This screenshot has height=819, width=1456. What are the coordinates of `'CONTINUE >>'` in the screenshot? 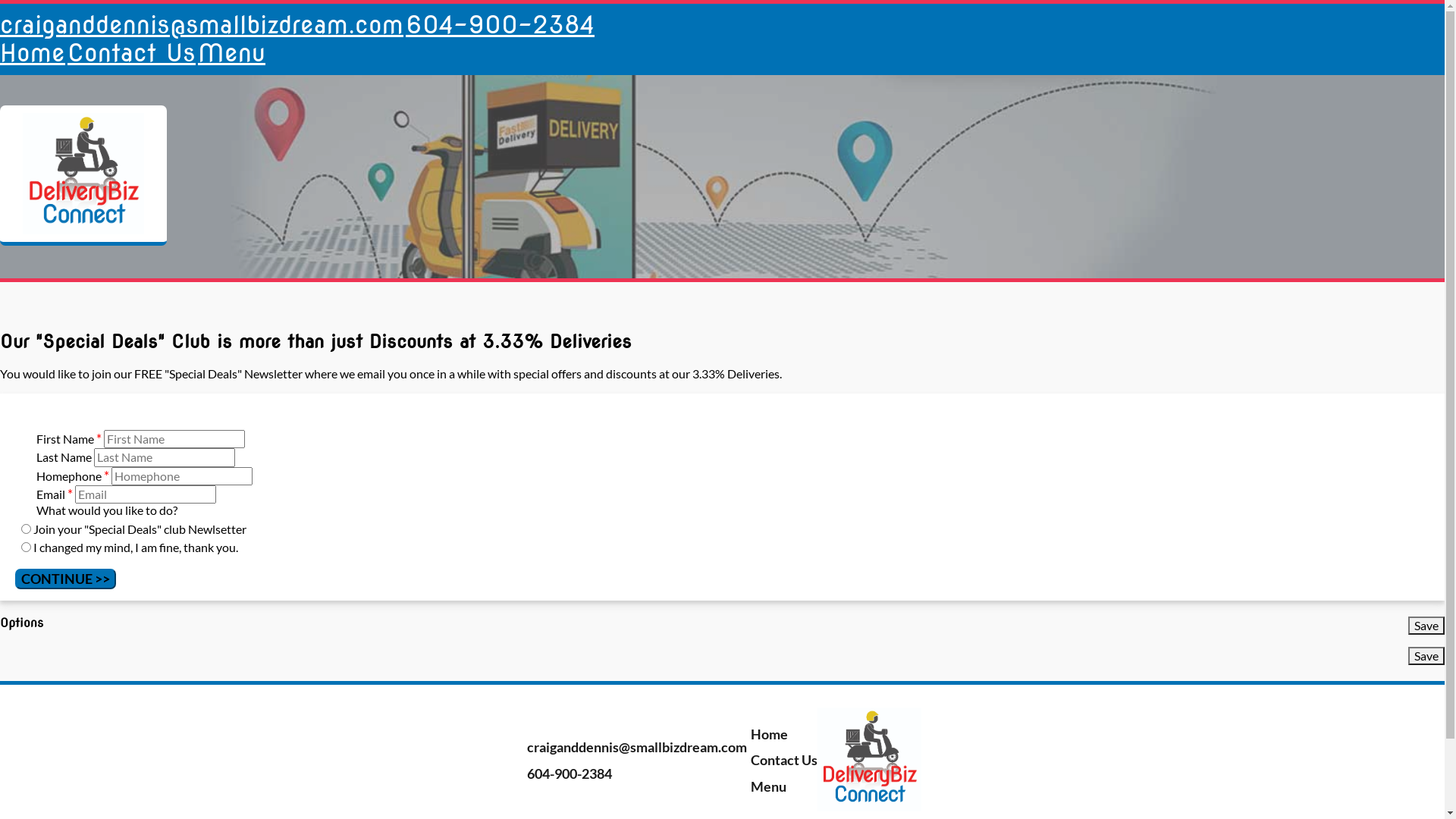 It's located at (64, 579).